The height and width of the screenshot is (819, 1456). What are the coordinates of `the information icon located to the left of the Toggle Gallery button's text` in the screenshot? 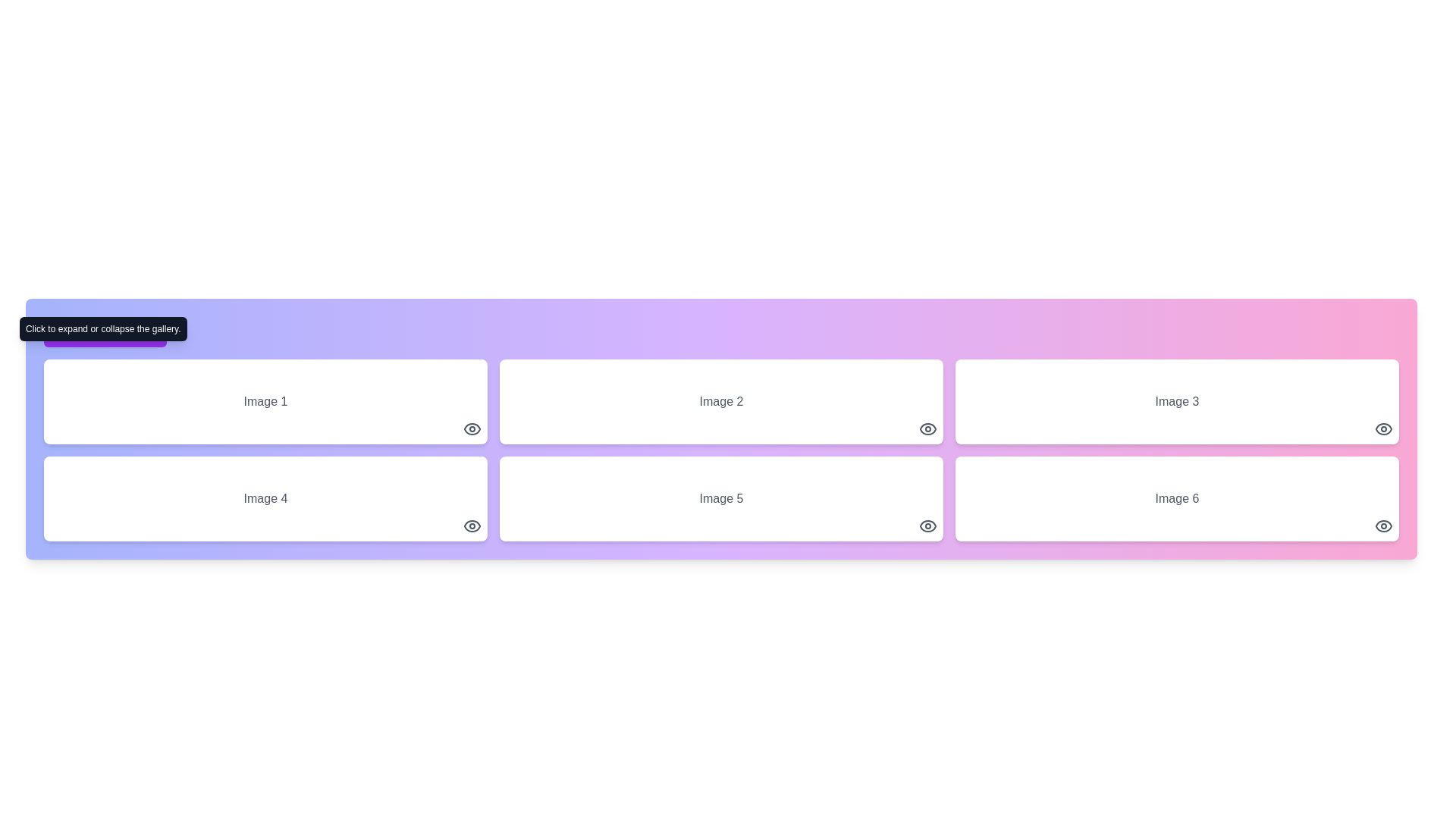 It's located at (62, 331).